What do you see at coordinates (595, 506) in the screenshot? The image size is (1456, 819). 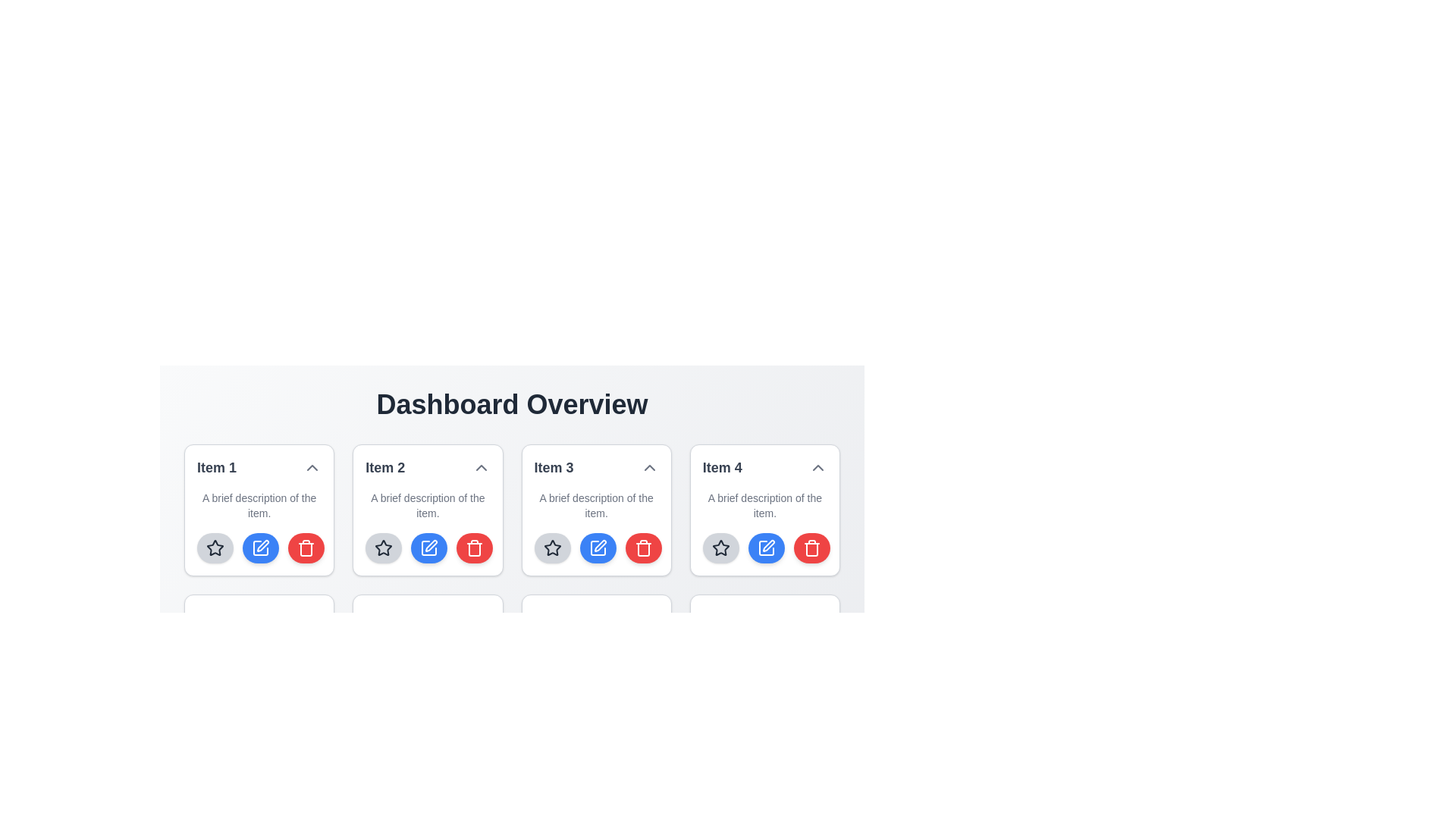 I see `text content of the Text element located beneath the title 'Item 3' in the third card of the horizontally arranged card layout` at bounding box center [595, 506].